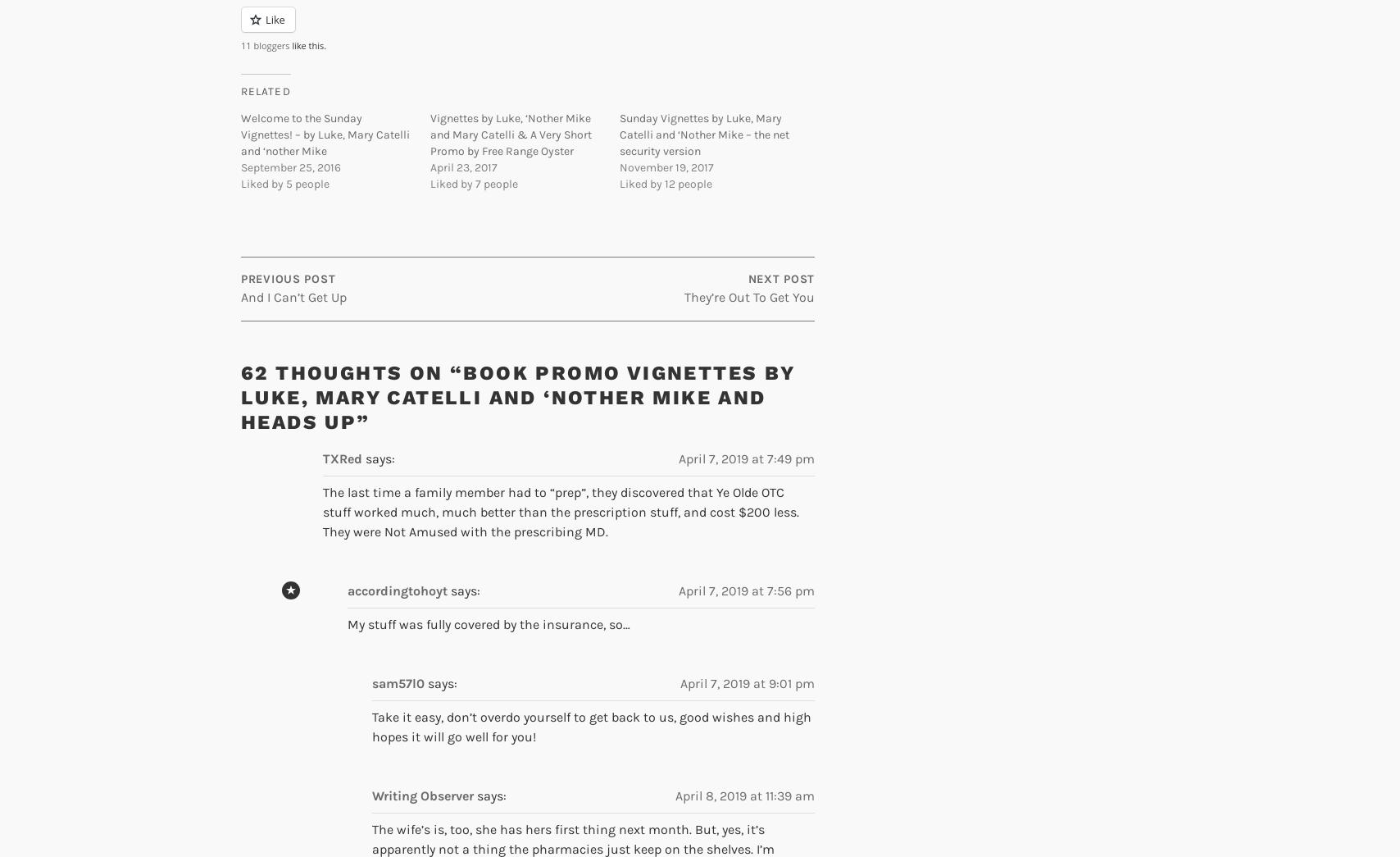 The height and width of the screenshot is (857, 1400). I want to click on 'sam57l0', so click(371, 682).